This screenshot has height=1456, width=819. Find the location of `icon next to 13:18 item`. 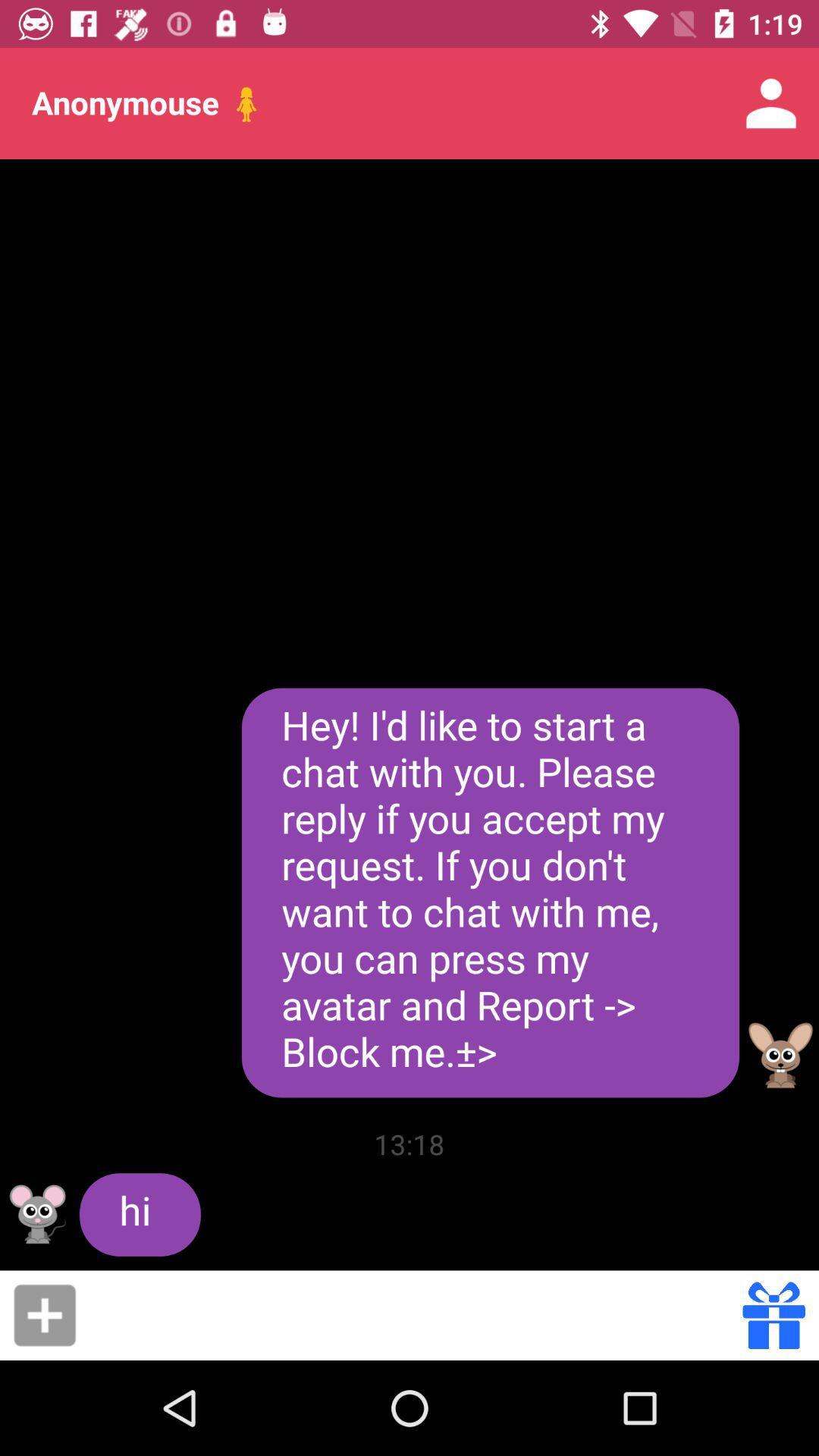

icon next to 13:18 item is located at coordinates (140, 1215).